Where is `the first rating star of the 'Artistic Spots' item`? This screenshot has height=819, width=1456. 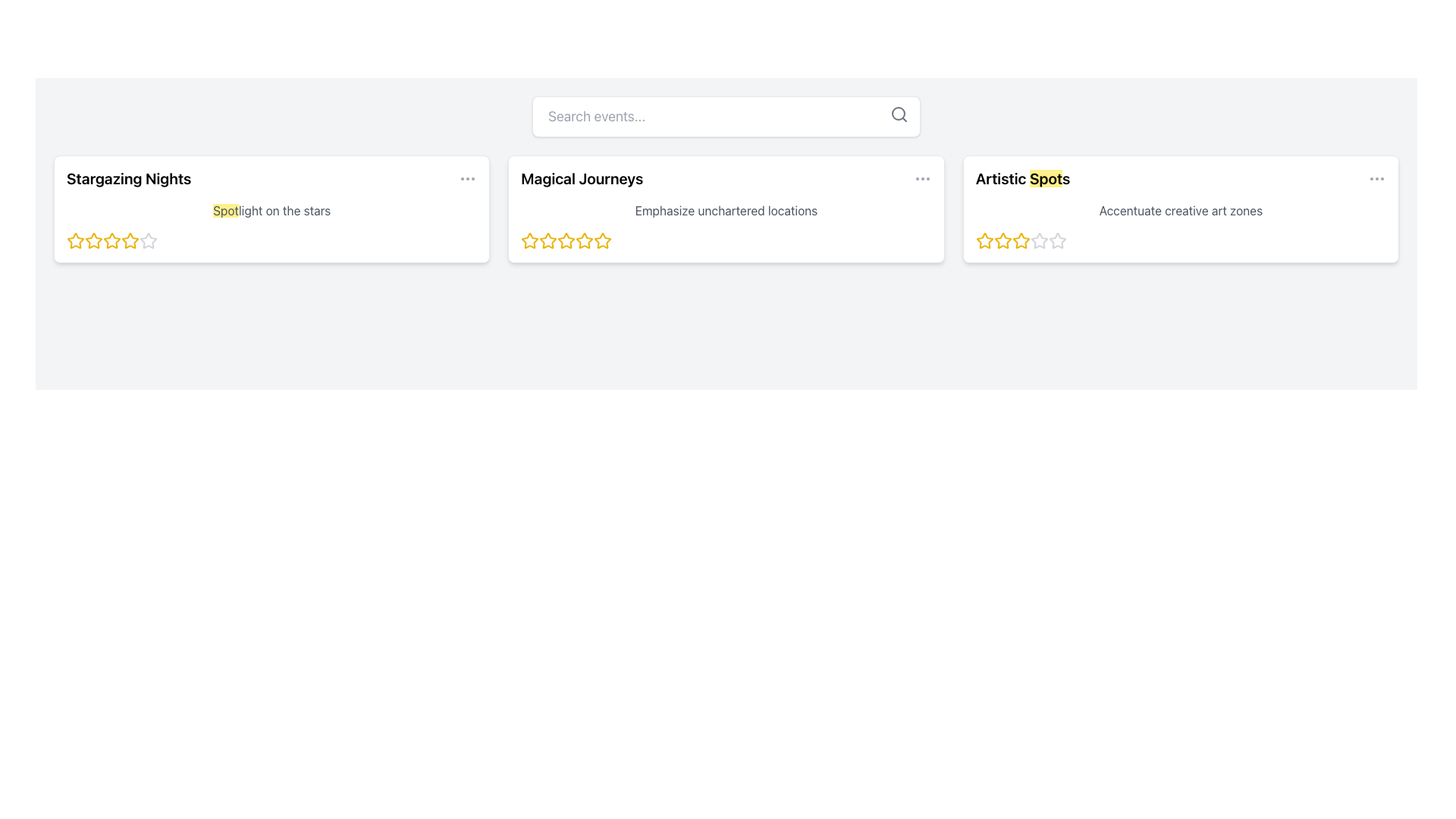
the first rating star of the 'Artistic Spots' item is located at coordinates (984, 240).